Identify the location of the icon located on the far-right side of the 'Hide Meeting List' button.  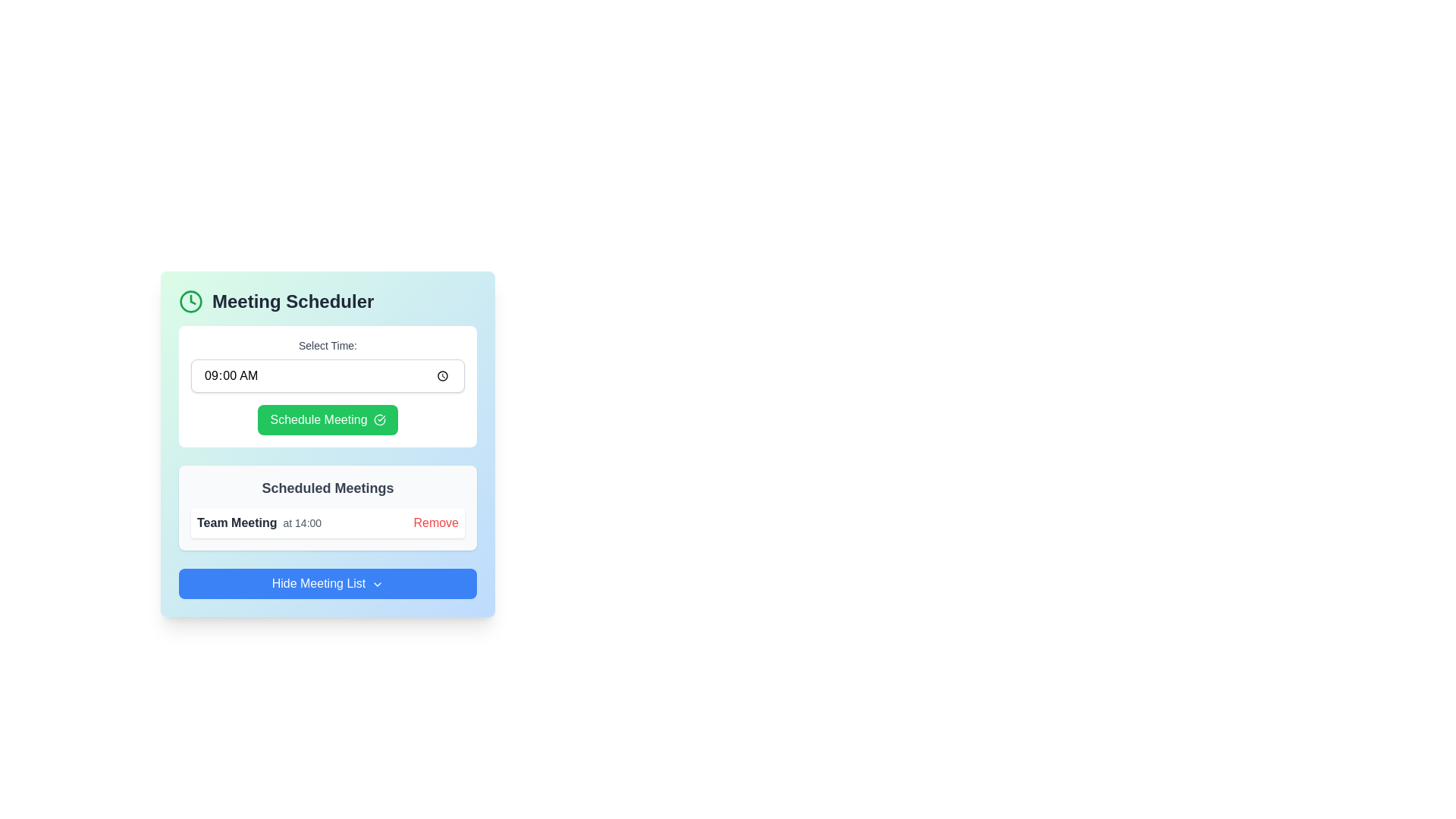
(378, 583).